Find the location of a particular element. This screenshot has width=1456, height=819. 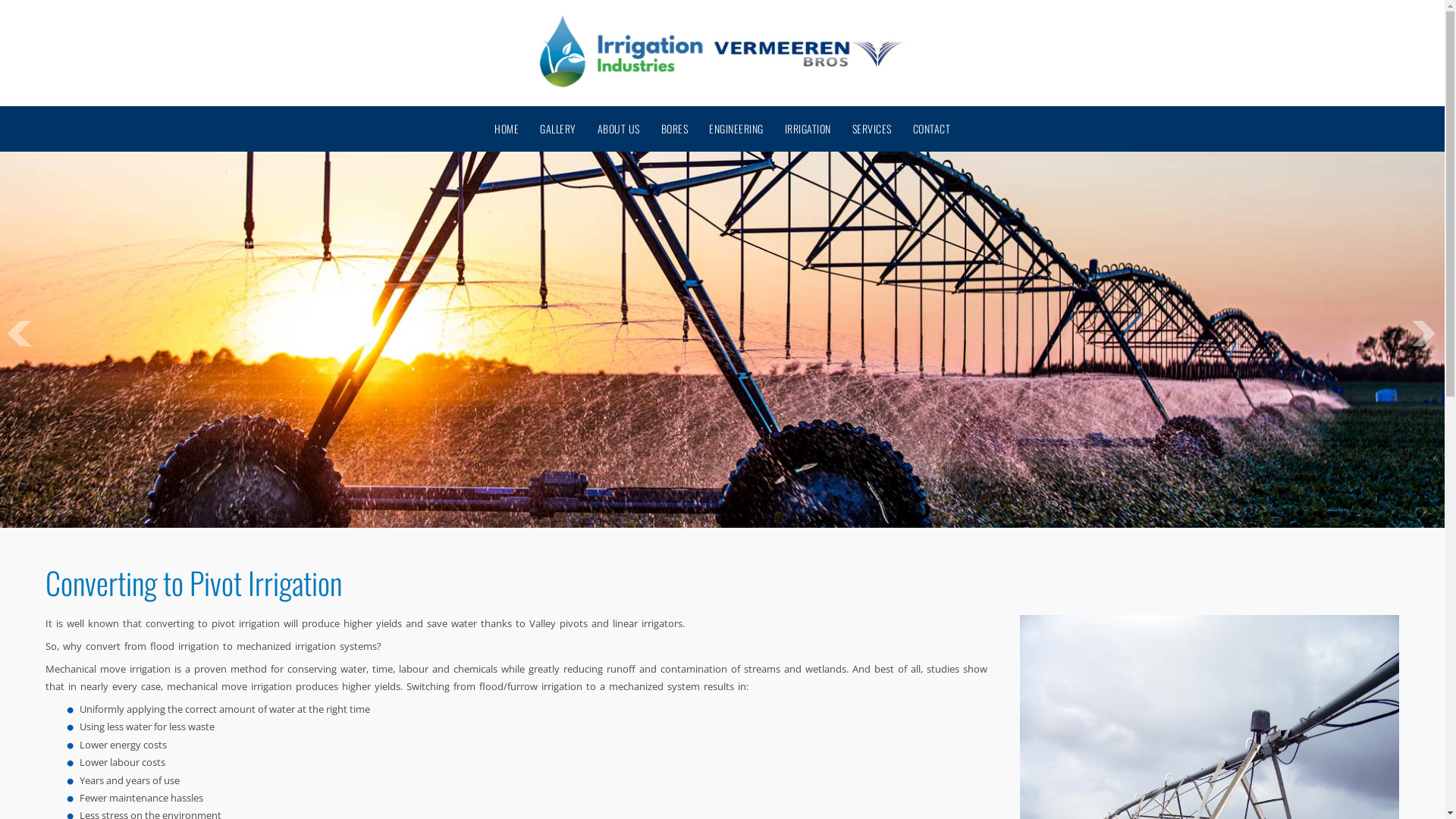

'IRRIGATION' is located at coordinates (806, 127).